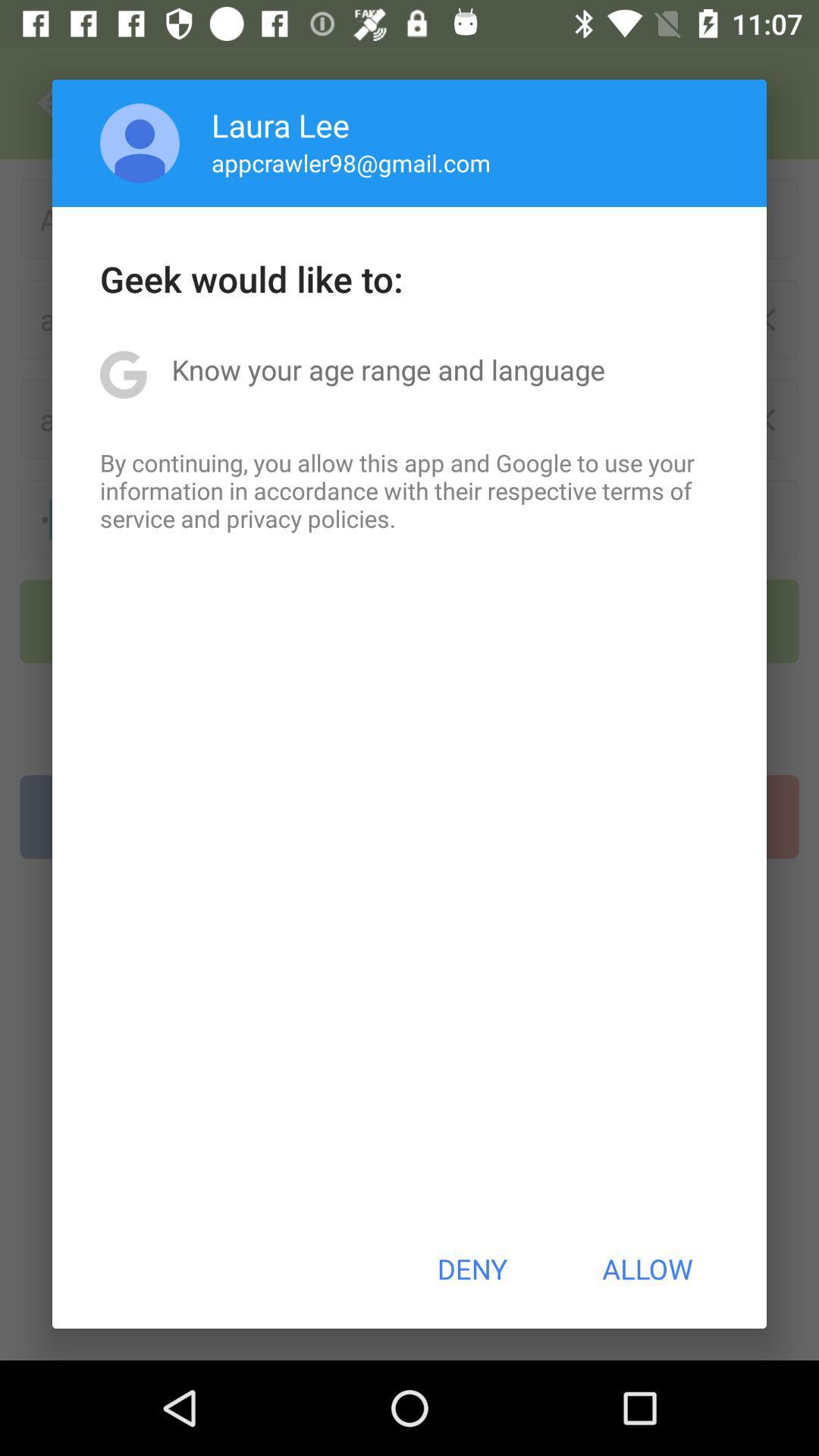 Image resolution: width=819 pixels, height=1456 pixels. I want to click on app below laura lee item, so click(351, 162).